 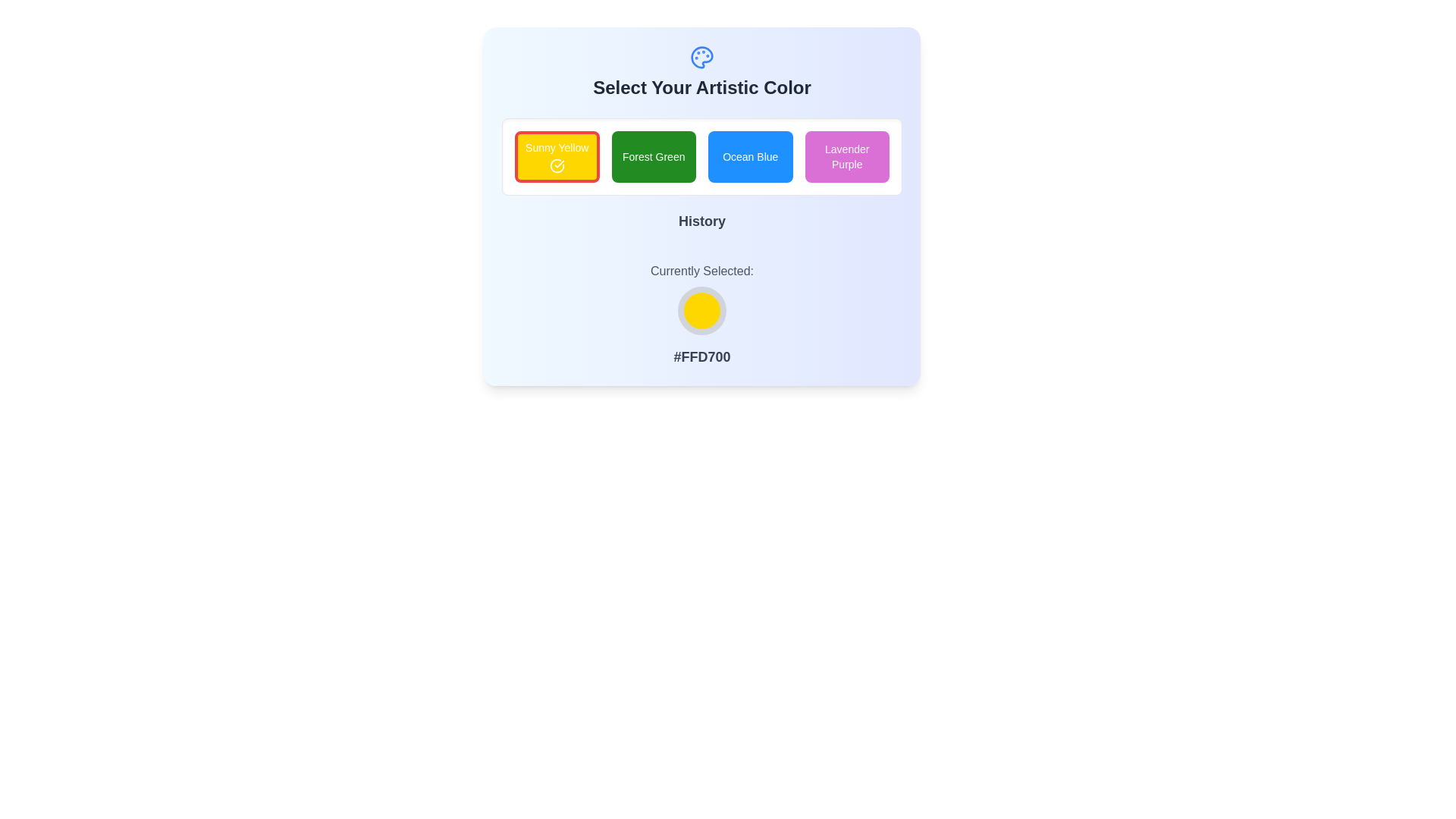 I want to click on the 'Forest Green' text label, which is styled with white text on a green button, located centrally in the second button under the 'Select Your Artistic Color' heading, so click(x=654, y=157).